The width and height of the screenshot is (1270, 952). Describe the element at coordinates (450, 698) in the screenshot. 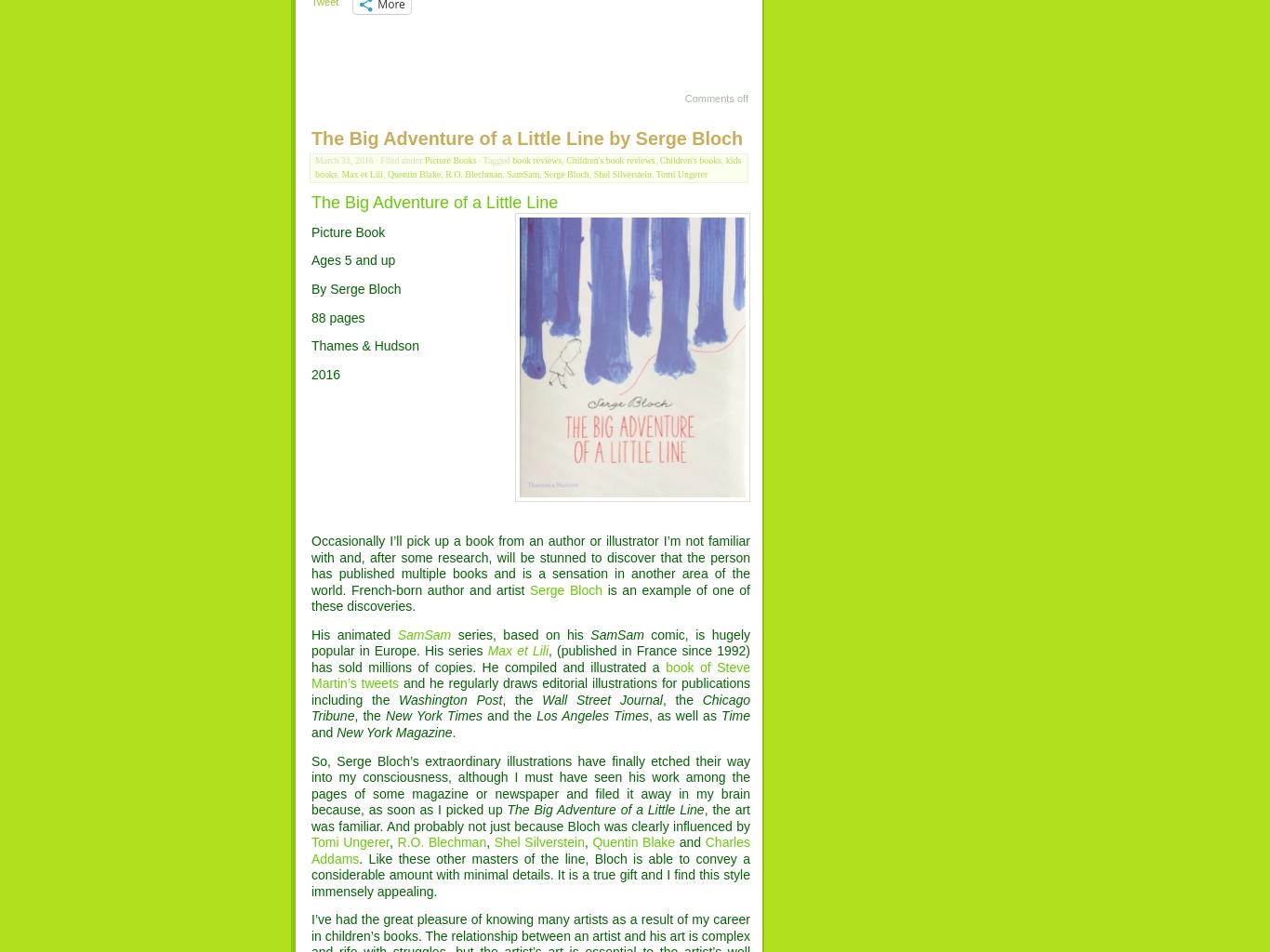

I see `'Washington Post'` at that location.